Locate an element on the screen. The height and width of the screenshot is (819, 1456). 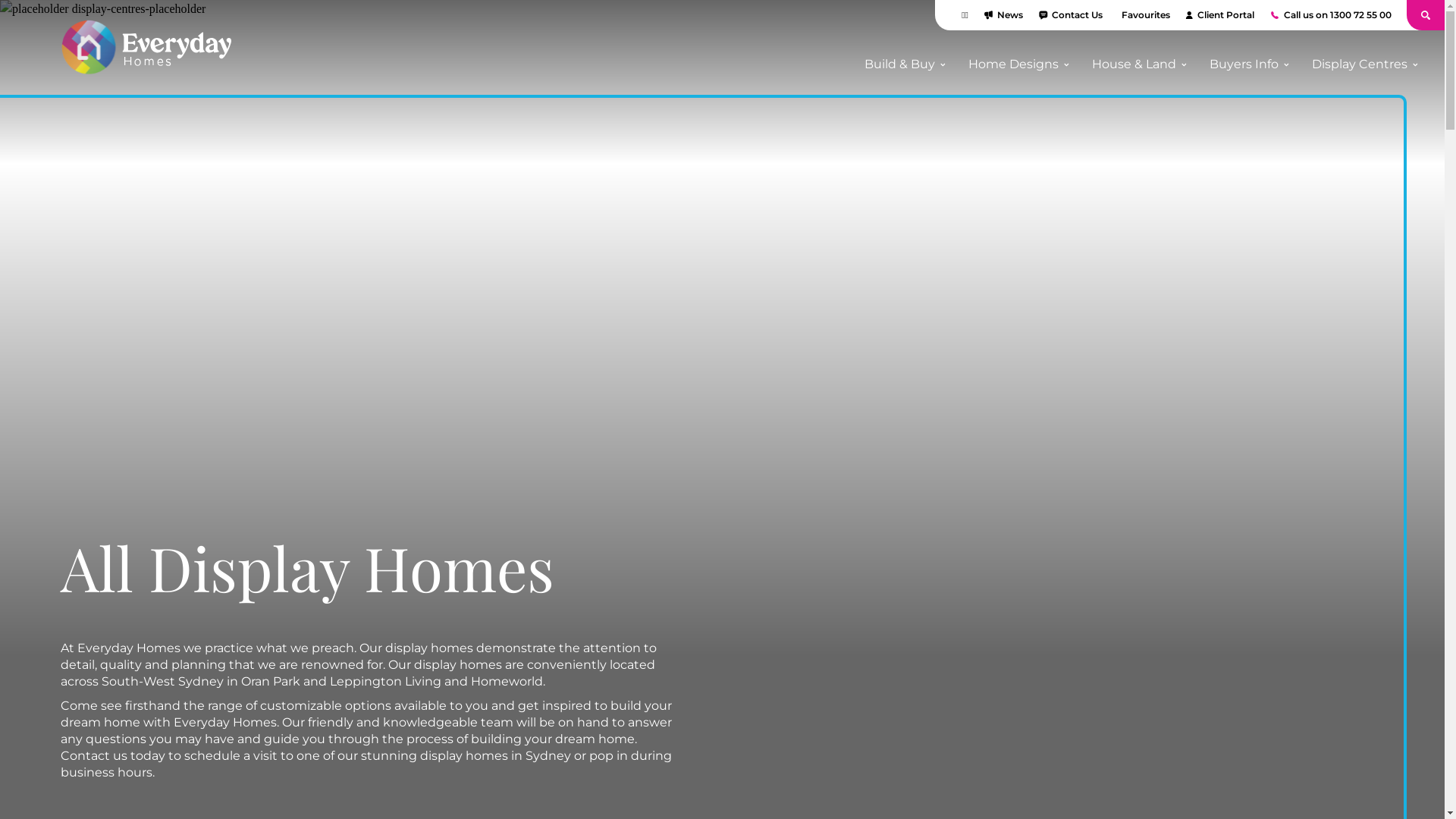
'News' is located at coordinates (983, 14).